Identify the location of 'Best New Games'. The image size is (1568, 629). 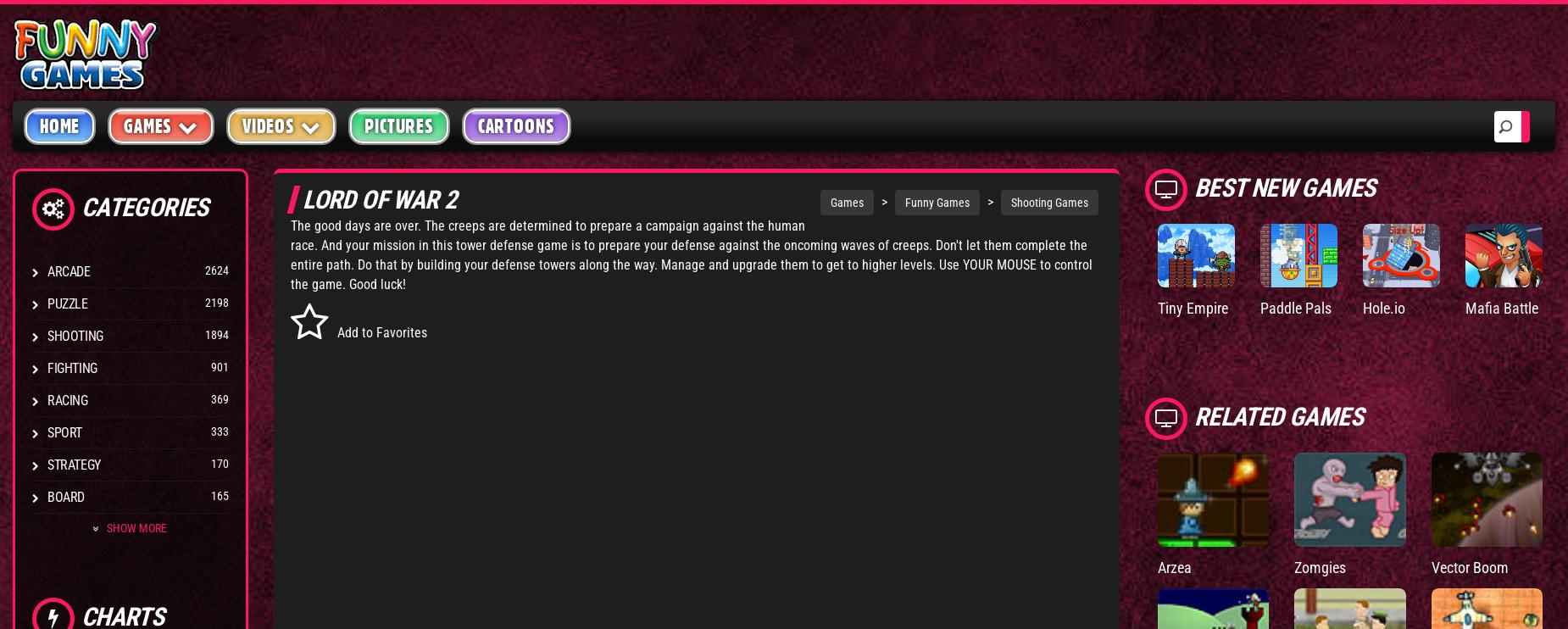
(1287, 186).